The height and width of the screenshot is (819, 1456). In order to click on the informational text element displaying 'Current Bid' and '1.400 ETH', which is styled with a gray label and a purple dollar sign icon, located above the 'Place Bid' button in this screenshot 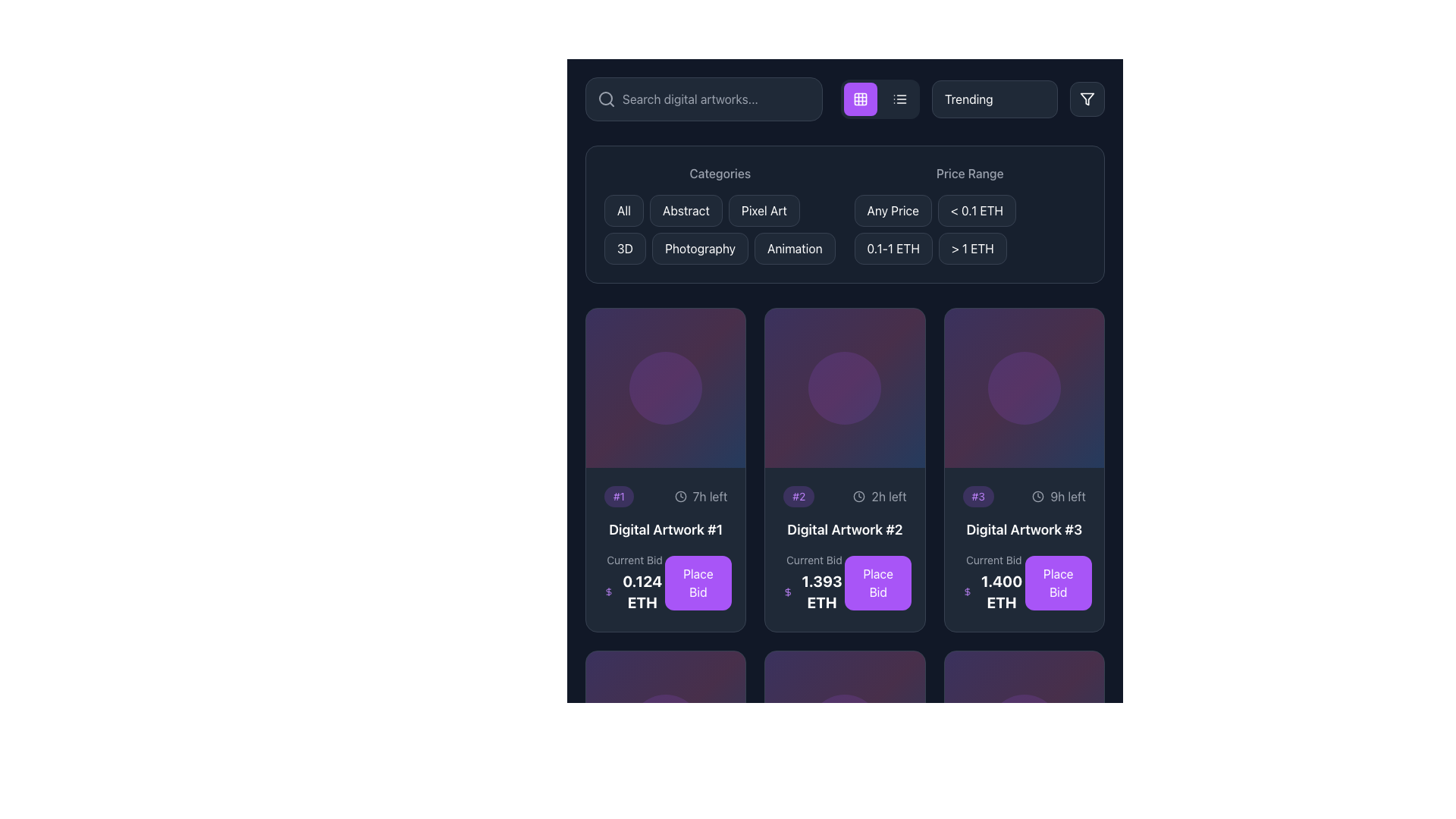, I will do `click(993, 582)`.